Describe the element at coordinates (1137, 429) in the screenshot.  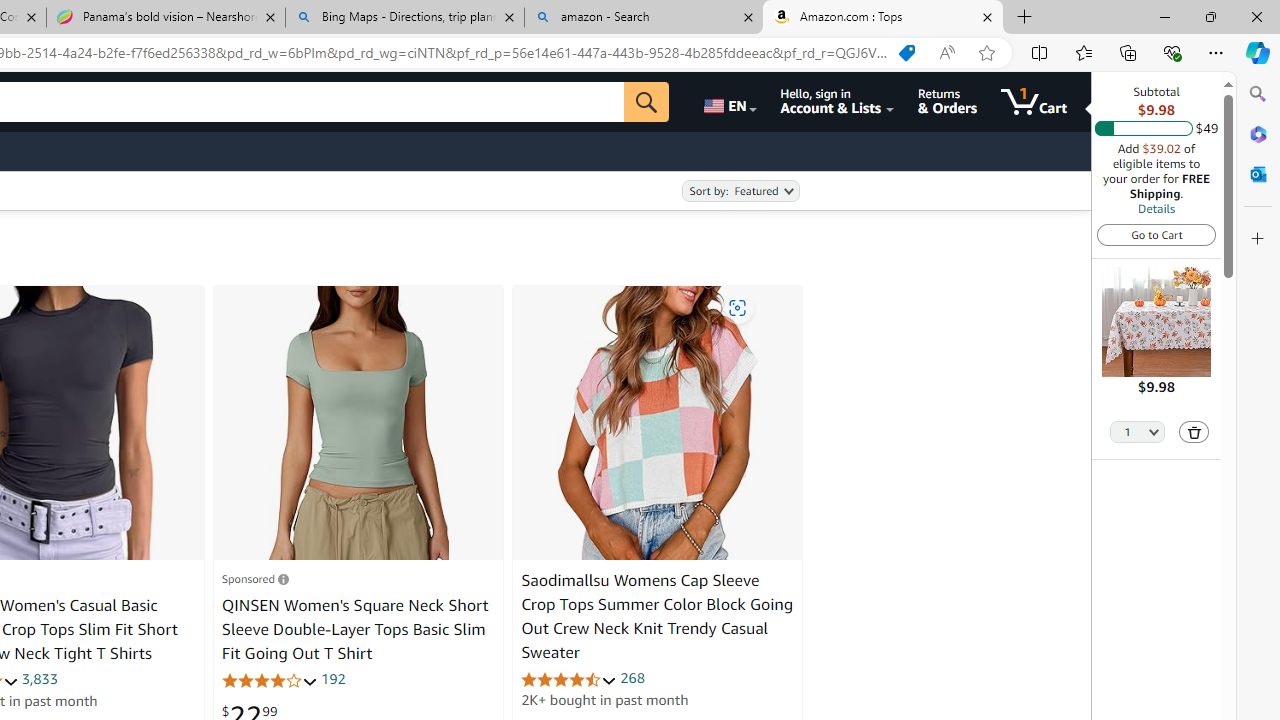
I see `'Quantity Selector'` at that location.